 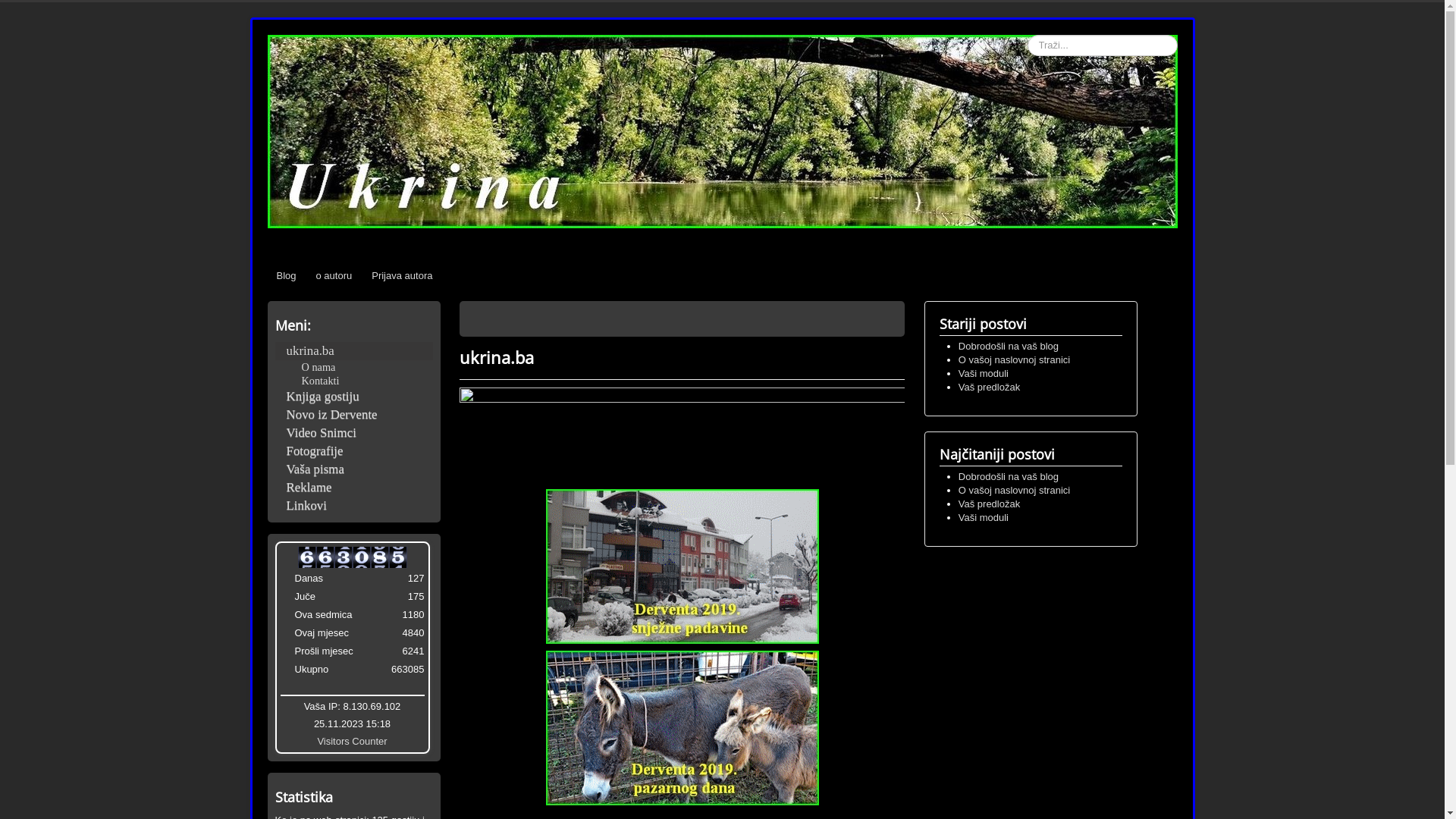 I want to click on 'Fotografije', so click(x=352, y=450).